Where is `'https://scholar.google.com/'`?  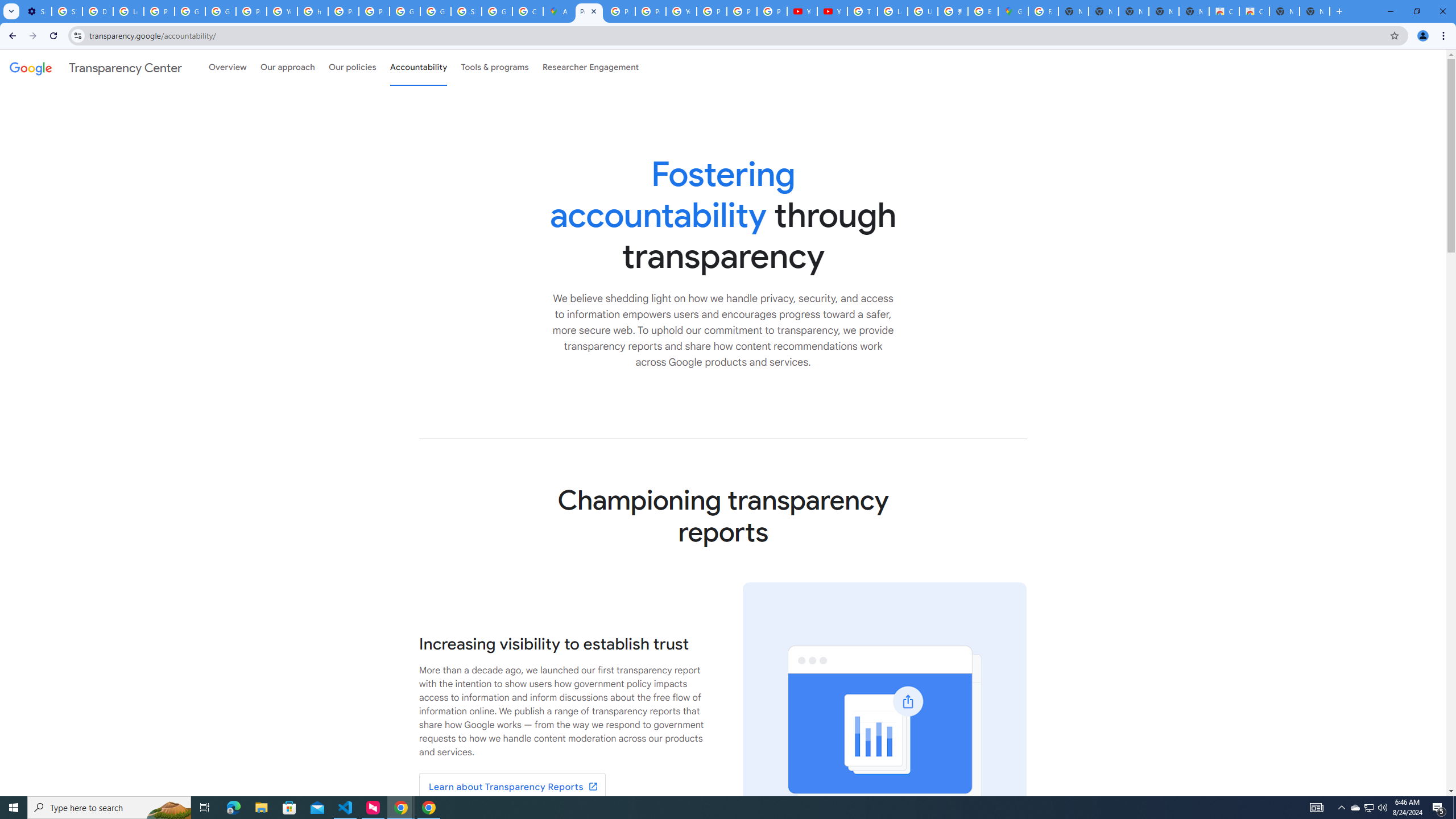 'https://scholar.google.com/' is located at coordinates (313, 11).